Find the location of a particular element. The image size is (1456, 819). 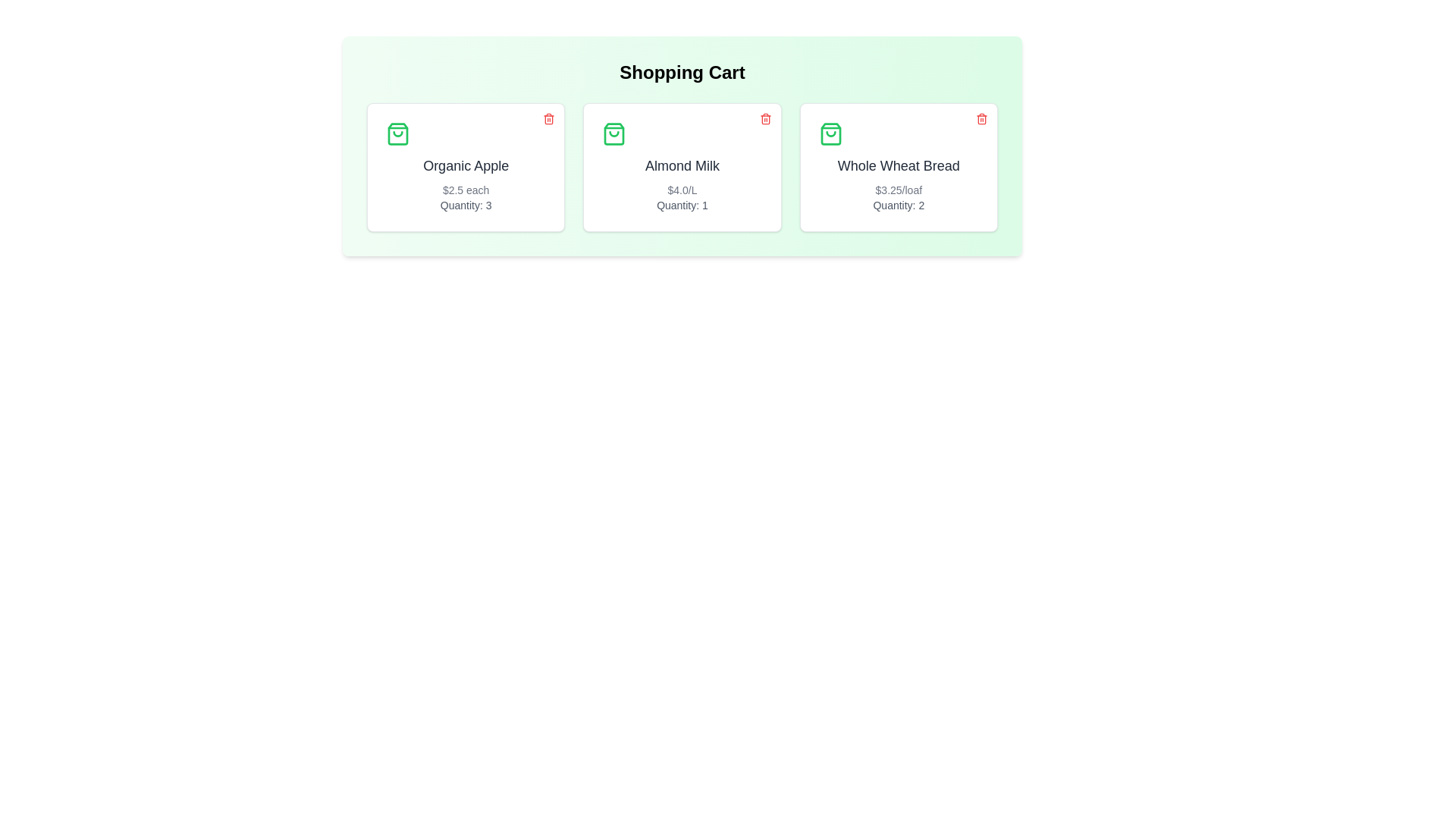

the trash icon of the item named Almond Milk to remove it from the cart is located at coordinates (765, 118).